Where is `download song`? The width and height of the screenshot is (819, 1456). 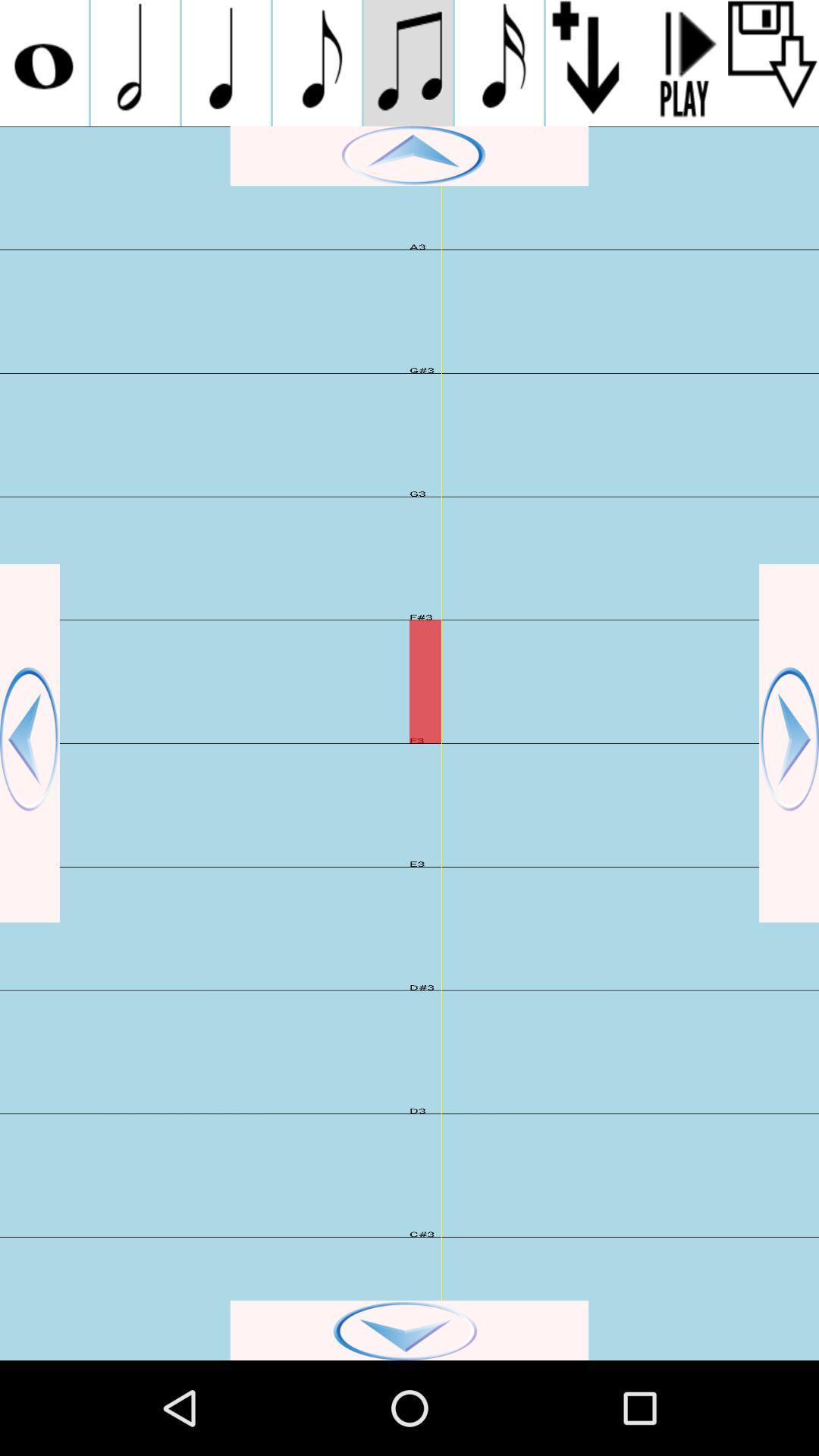 download song is located at coordinates (590, 62).